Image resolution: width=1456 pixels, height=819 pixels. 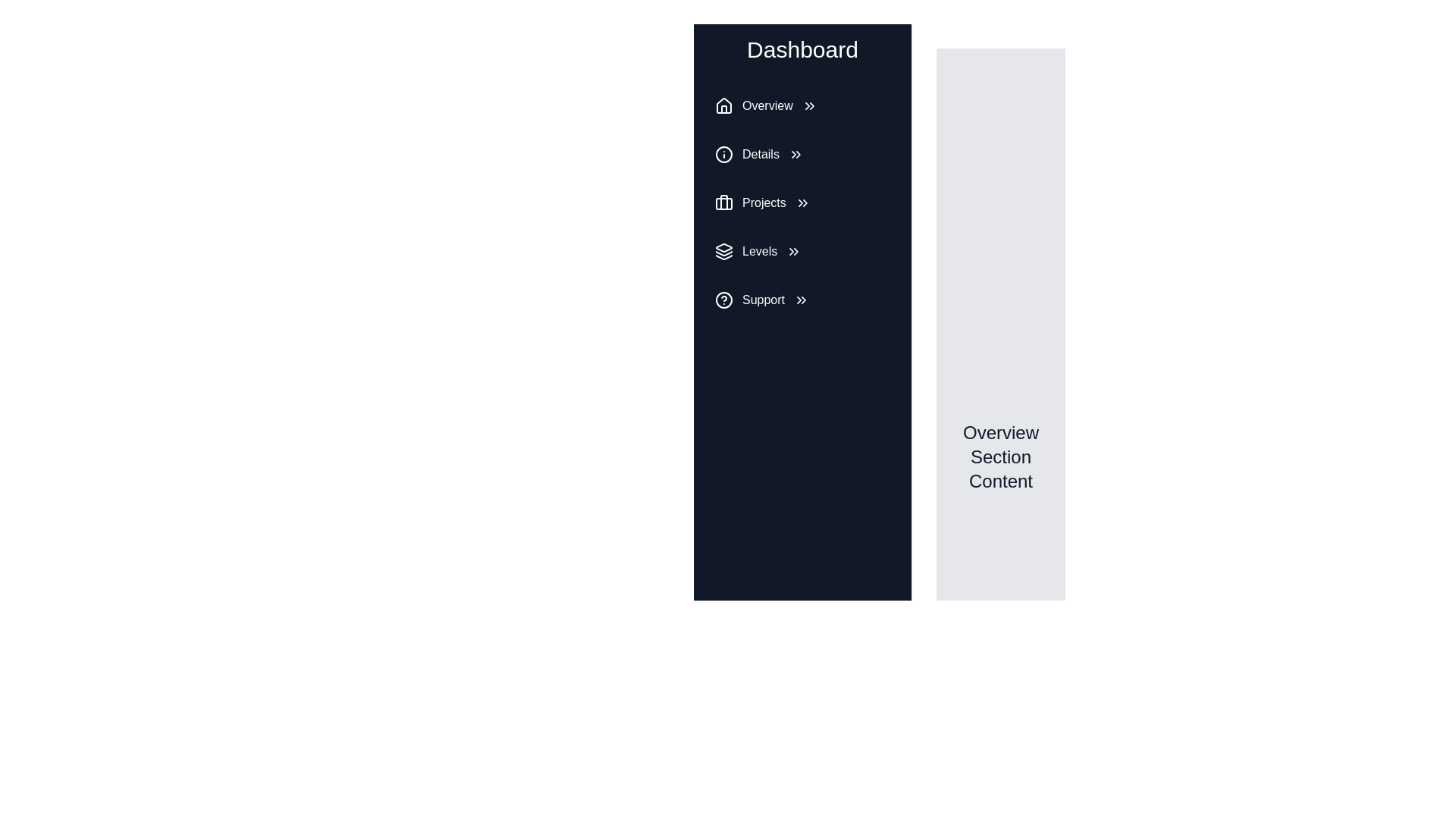 I want to click on the indicator icon located under the 'Dashboard' header in the left navigation menu, which is positioned to the rightmost side of the 'Overview' list item, to interact or expand the associated content, so click(x=808, y=105).